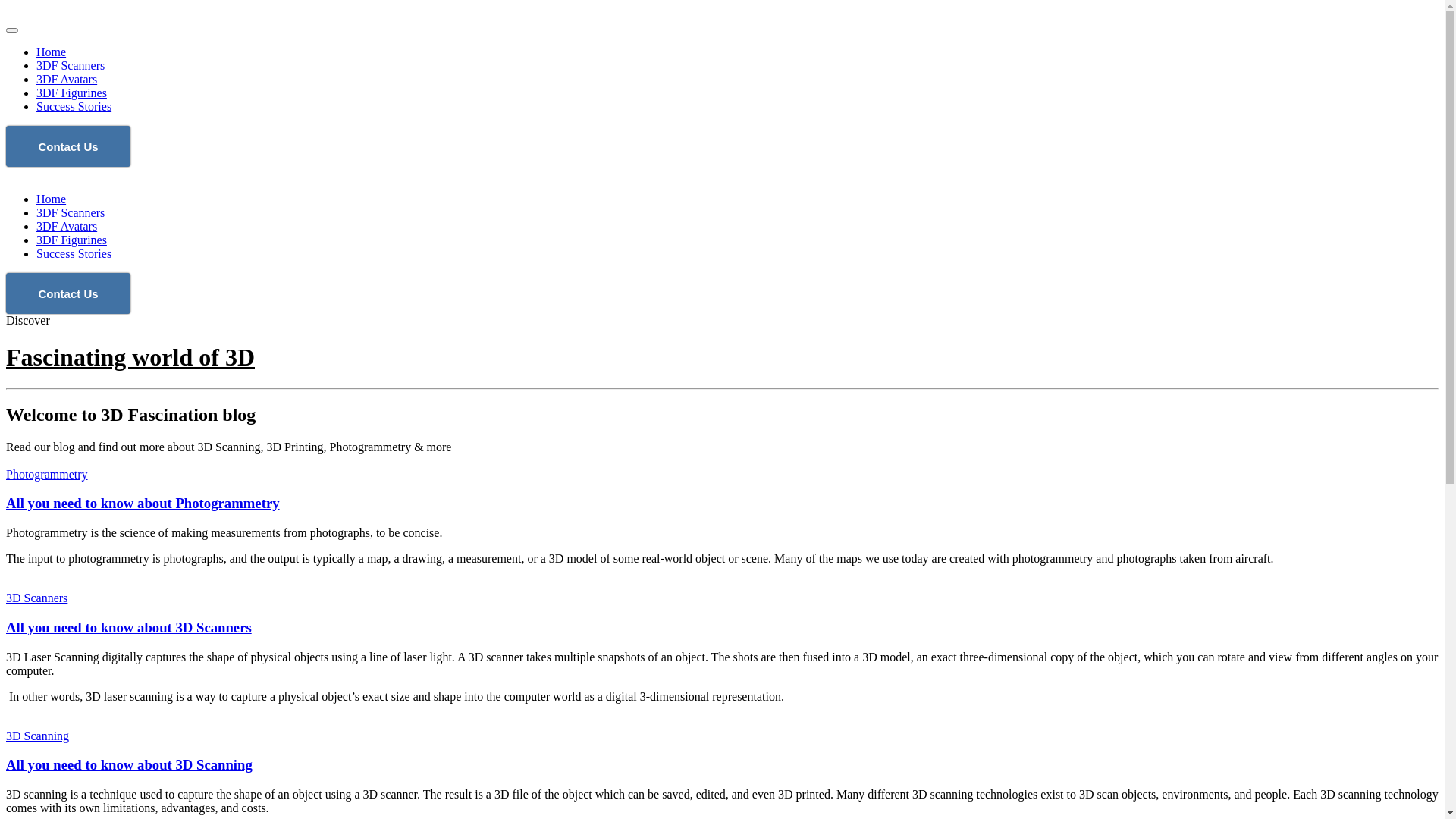 This screenshot has height=819, width=1456. I want to click on 'Contact Us', so click(6, 146).